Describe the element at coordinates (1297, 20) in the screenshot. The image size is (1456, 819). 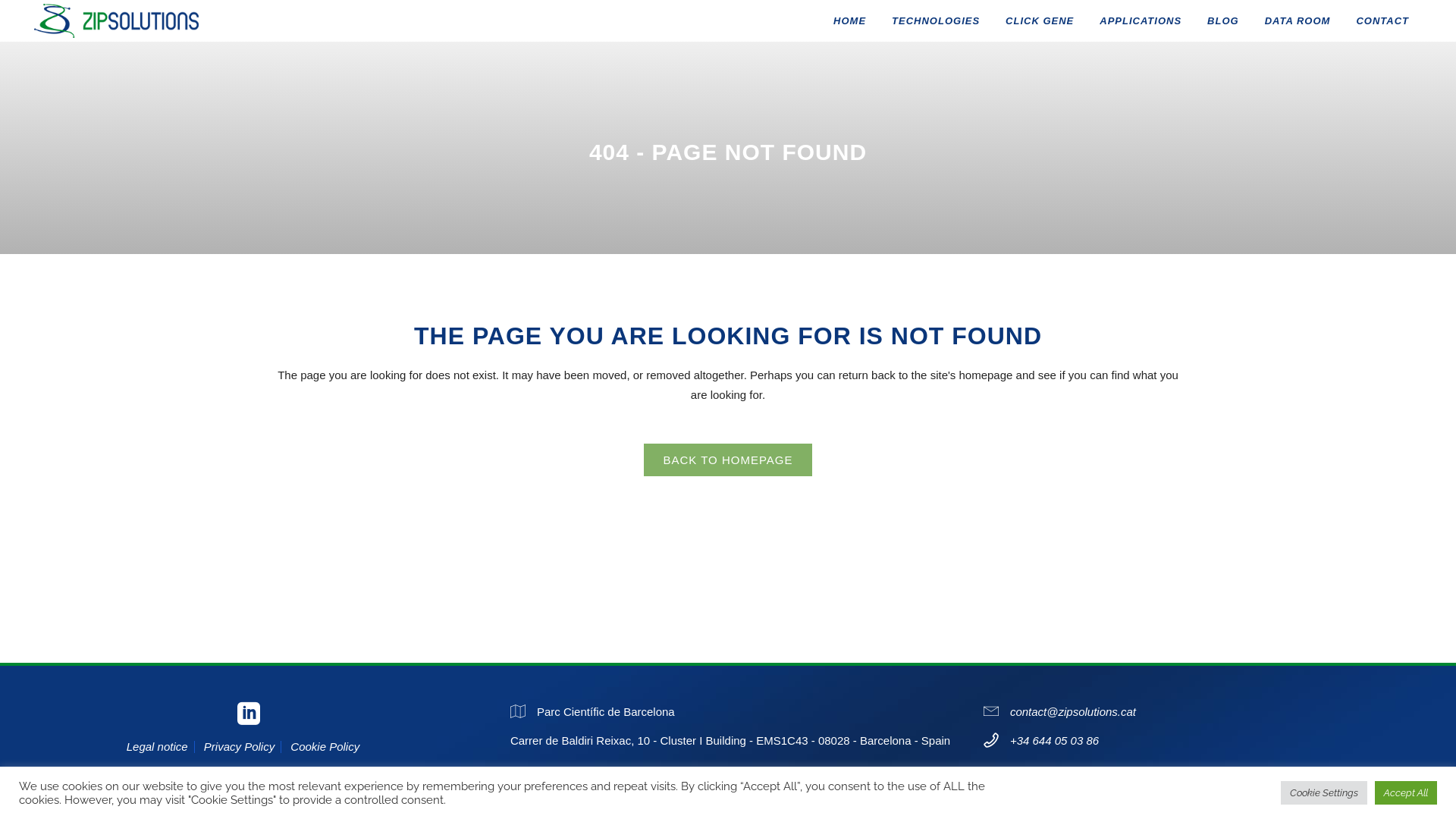
I see `'DATA ROOM'` at that location.